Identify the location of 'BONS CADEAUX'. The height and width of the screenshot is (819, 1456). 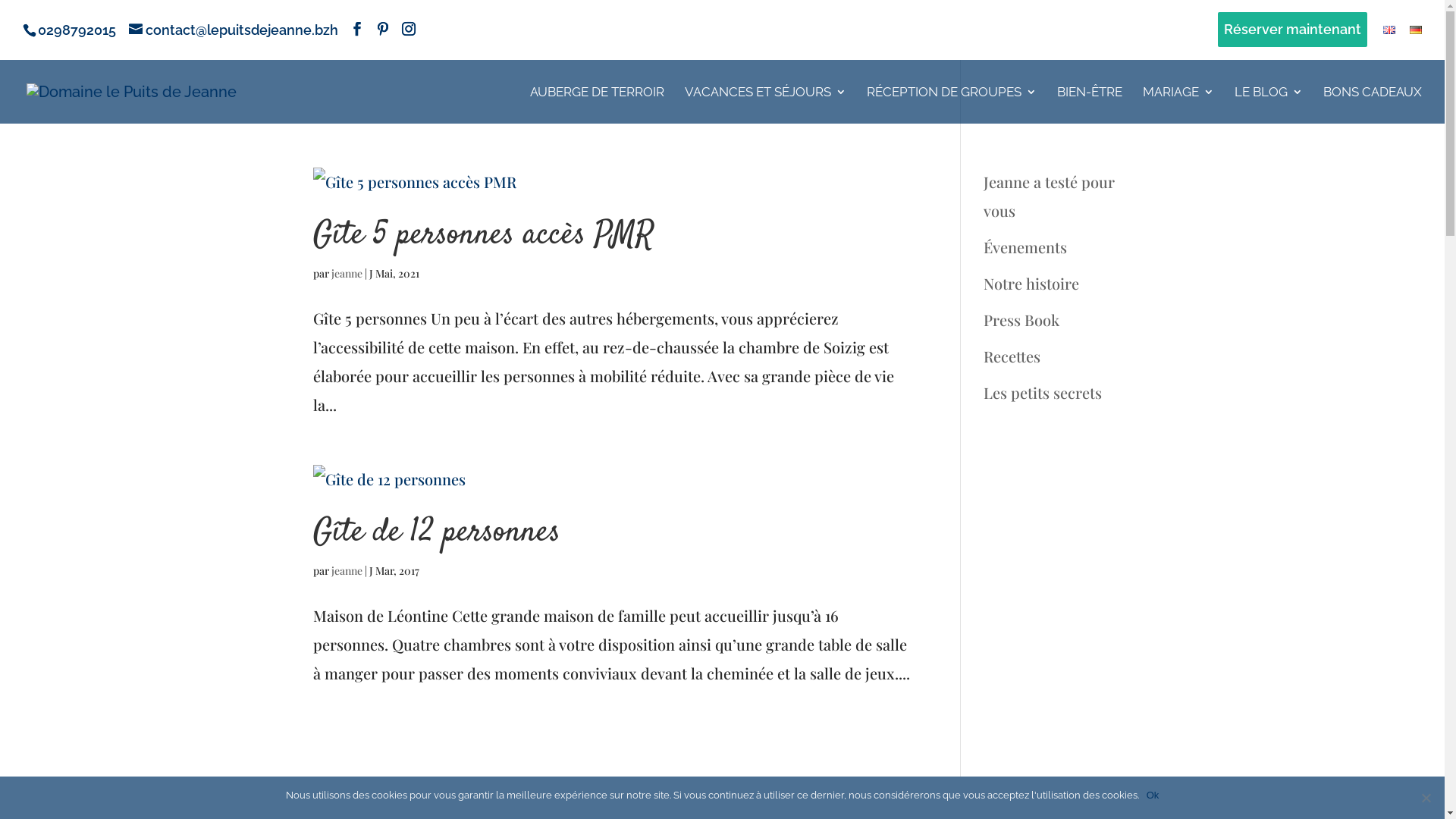
(1372, 104).